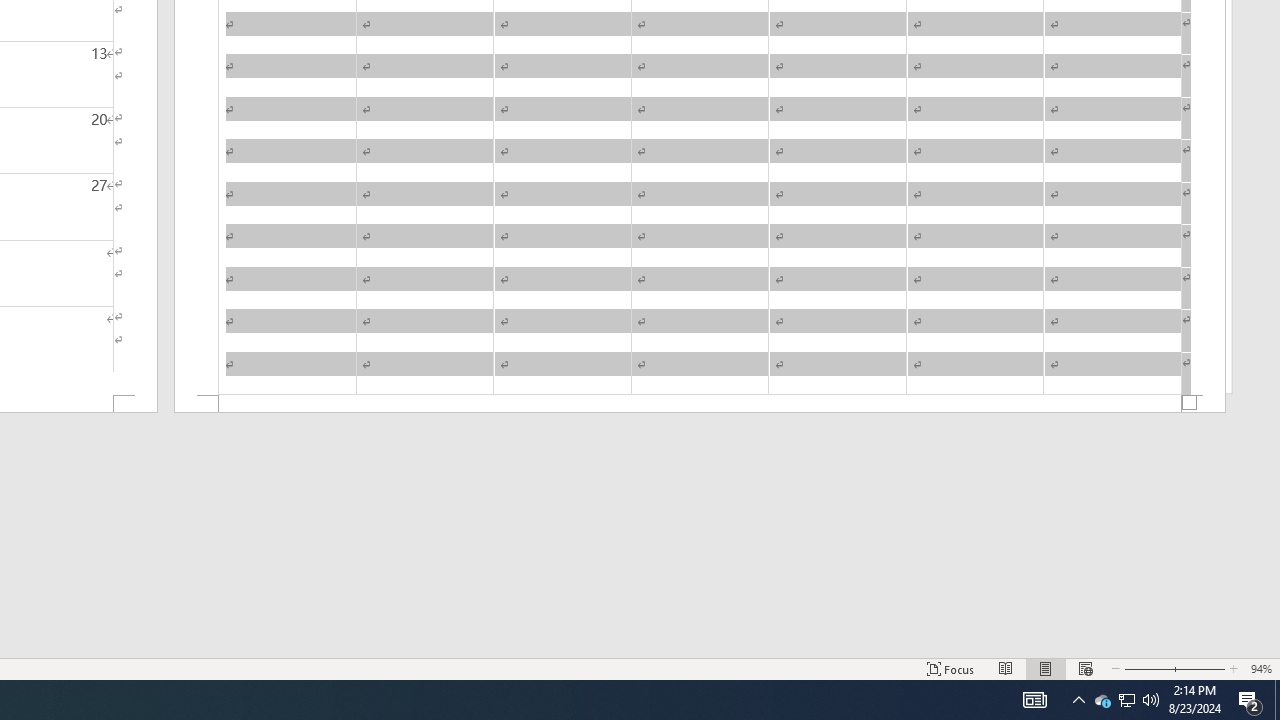 The image size is (1280, 720). What do you see at coordinates (1006, 669) in the screenshot?
I see `'Read Mode'` at bounding box center [1006, 669].